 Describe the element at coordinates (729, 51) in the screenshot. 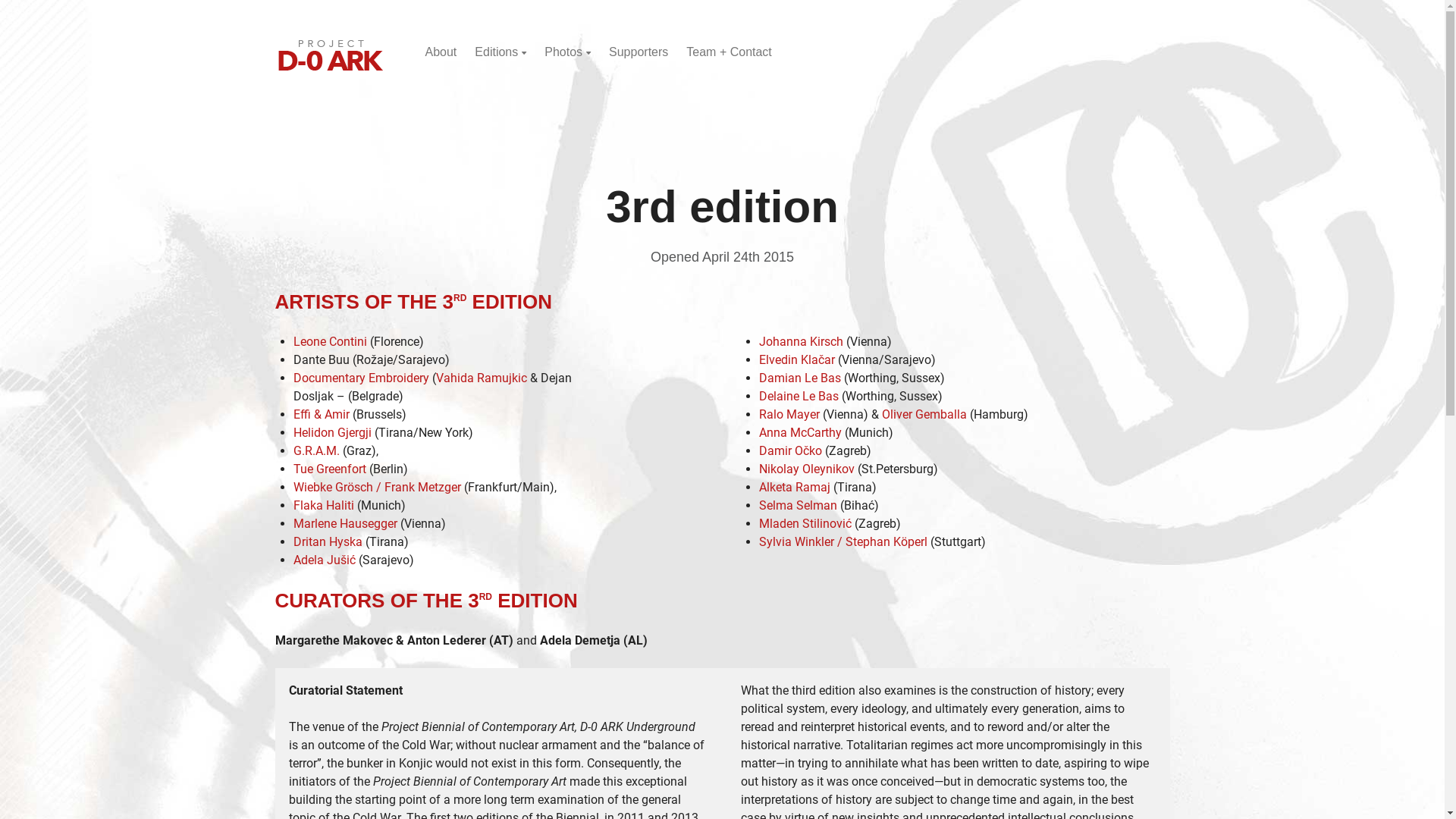

I see `'Team + Contact'` at that location.